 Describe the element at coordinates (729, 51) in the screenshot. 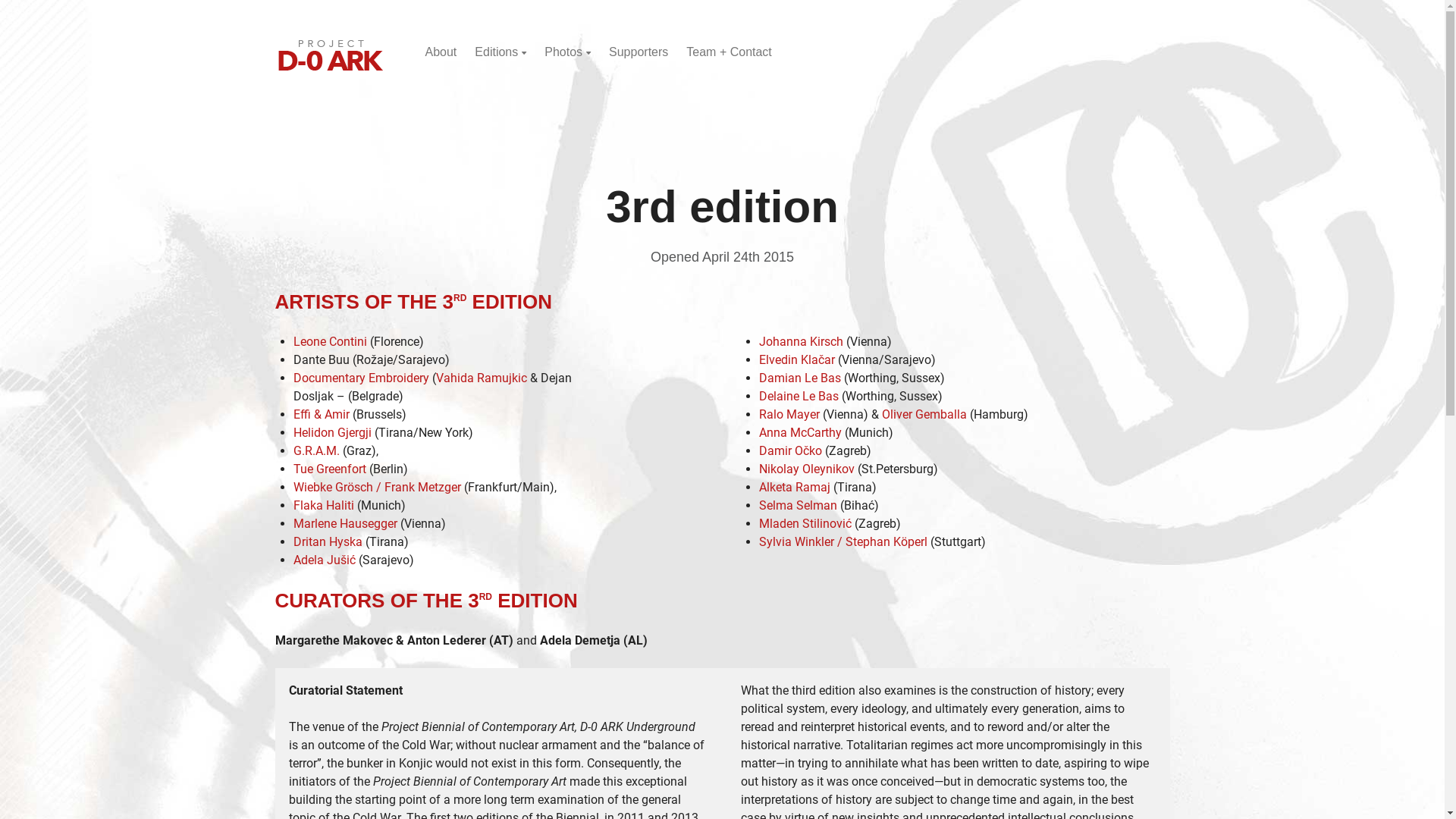

I see `'Team + Contact'` at that location.